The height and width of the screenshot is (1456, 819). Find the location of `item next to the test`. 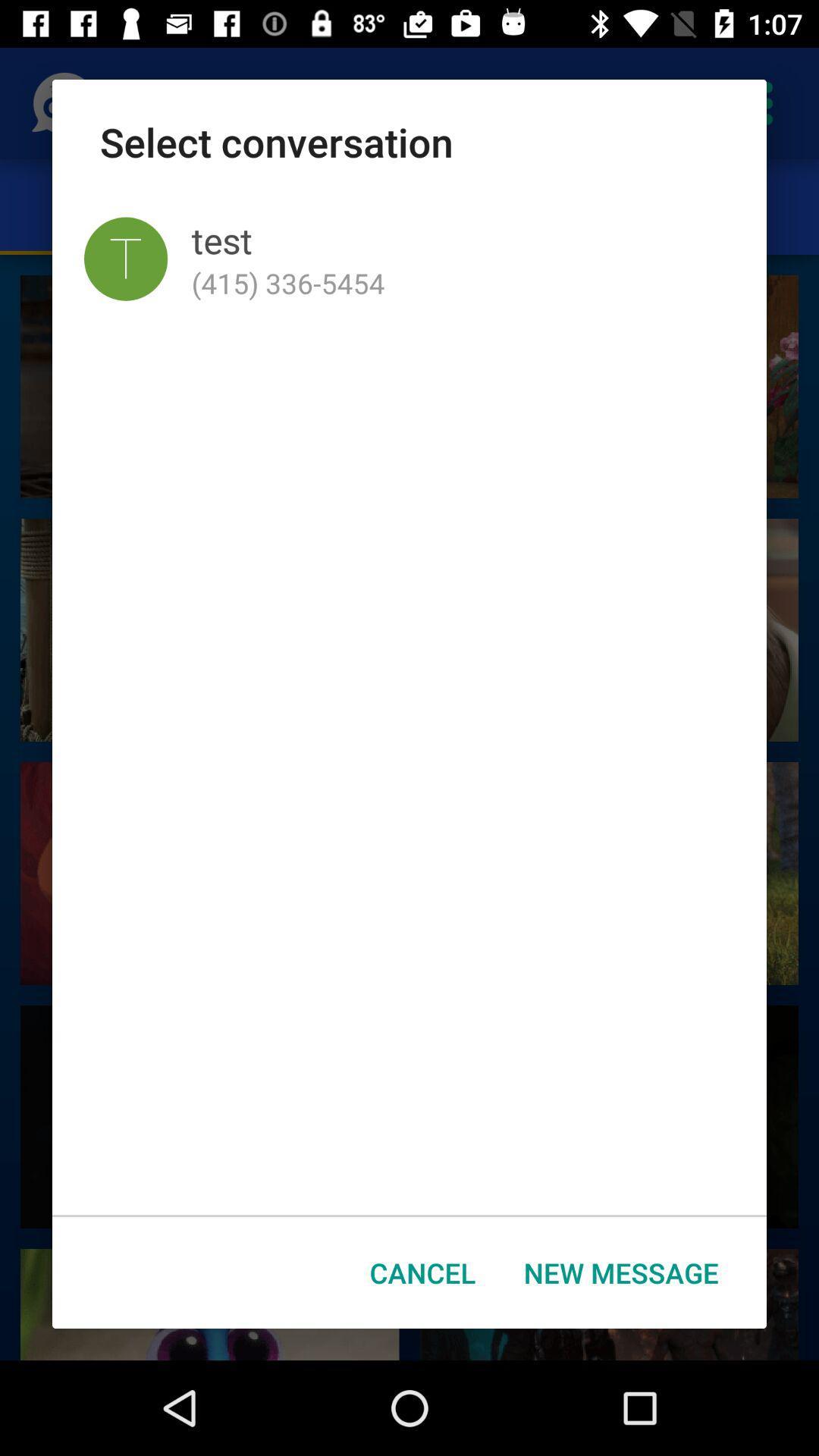

item next to the test is located at coordinates (125, 259).